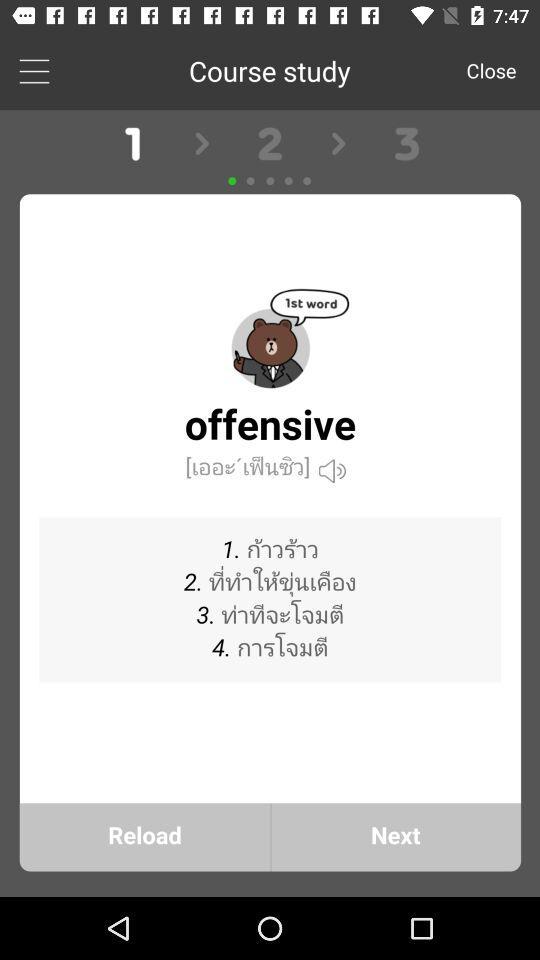 This screenshot has height=960, width=540. Describe the element at coordinates (270, 502) in the screenshot. I see `course study front page` at that location.